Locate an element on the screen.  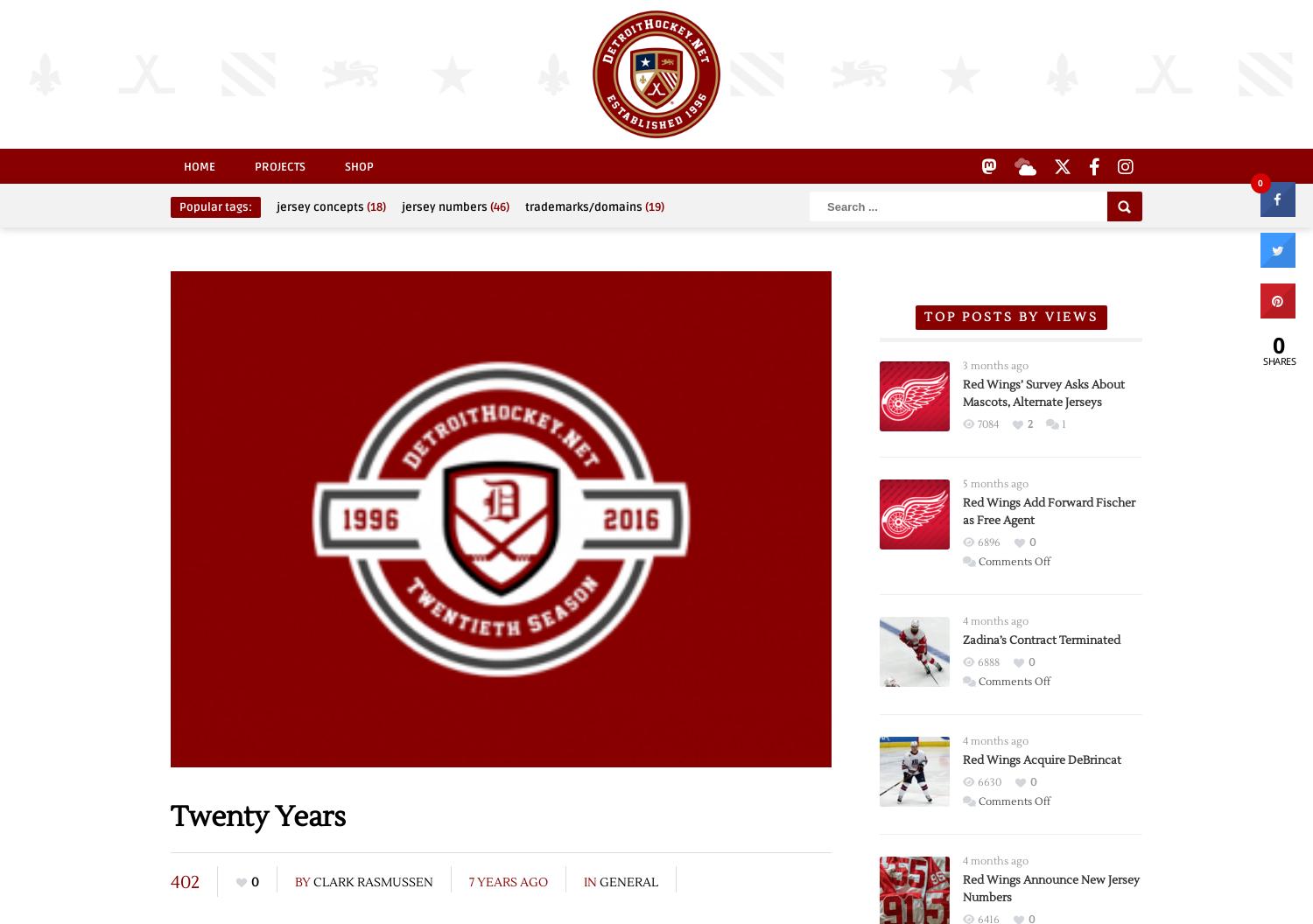
'Shares' is located at coordinates (1278, 360).